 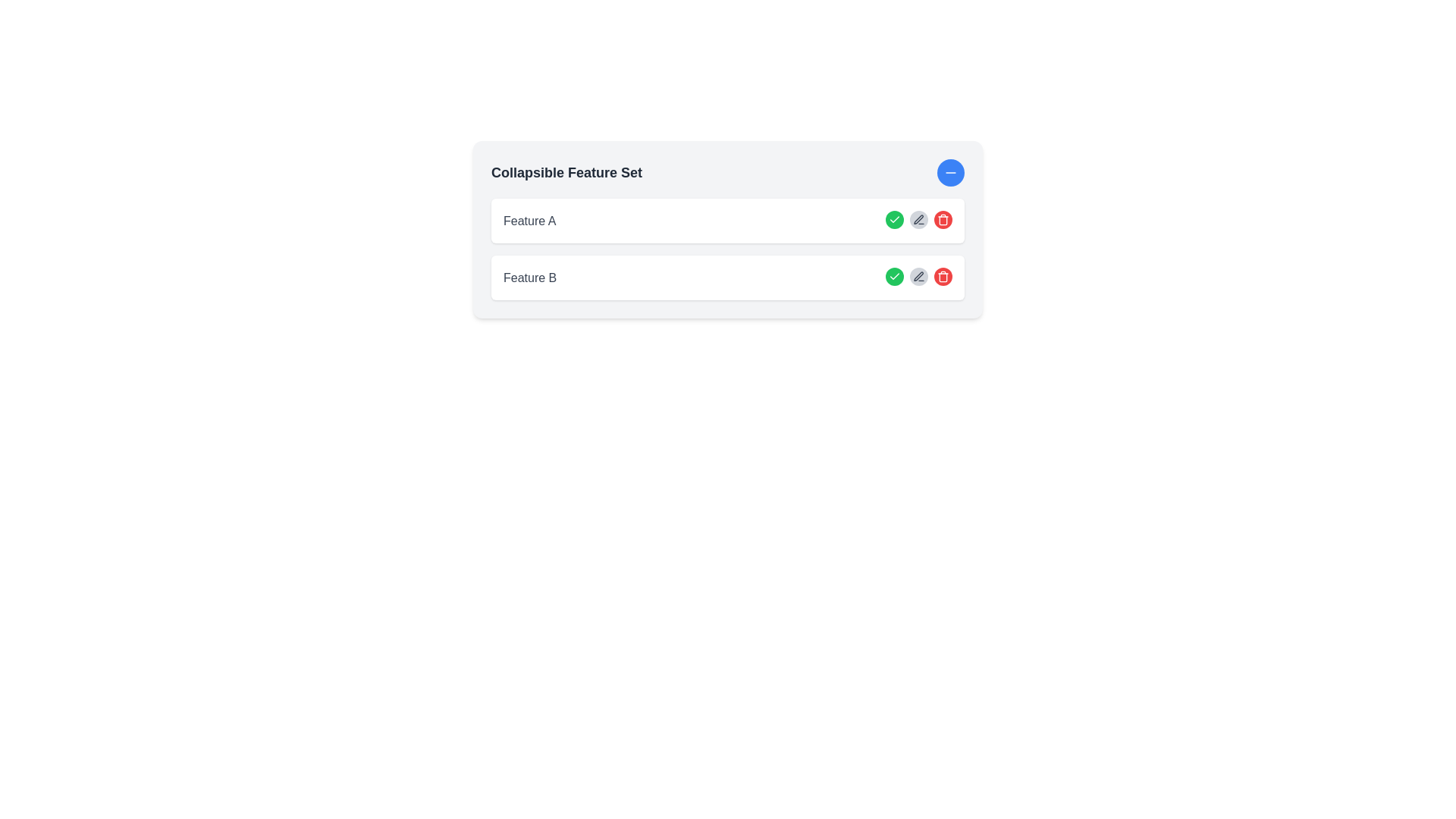 What do you see at coordinates (942, 277) in the screenshot?
I see `the circular red button with a trash bin icon that is located on the right end of the row associated with 'Feature B'` at bounding box center [942, 277].